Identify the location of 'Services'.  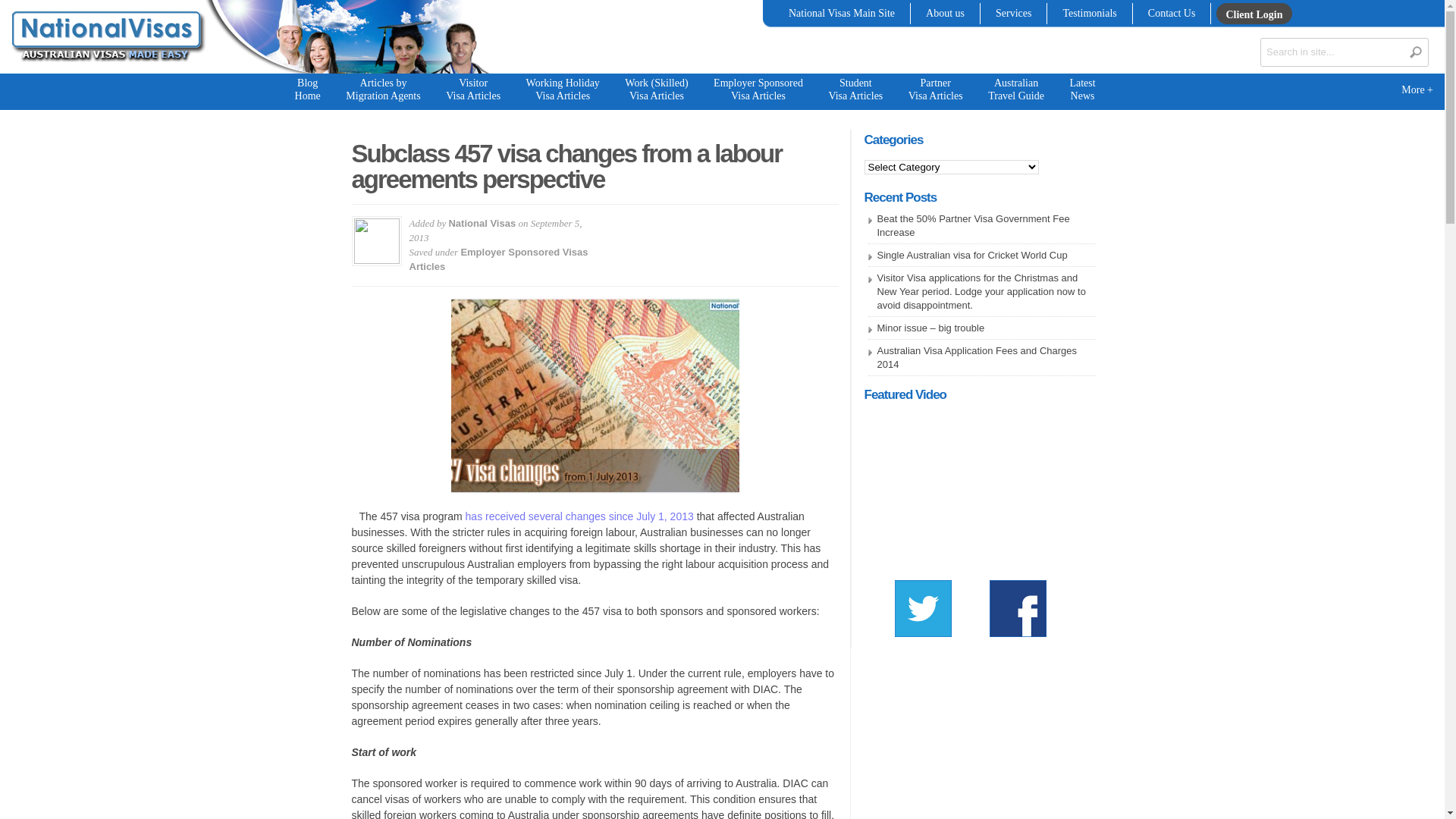
(992, 14).